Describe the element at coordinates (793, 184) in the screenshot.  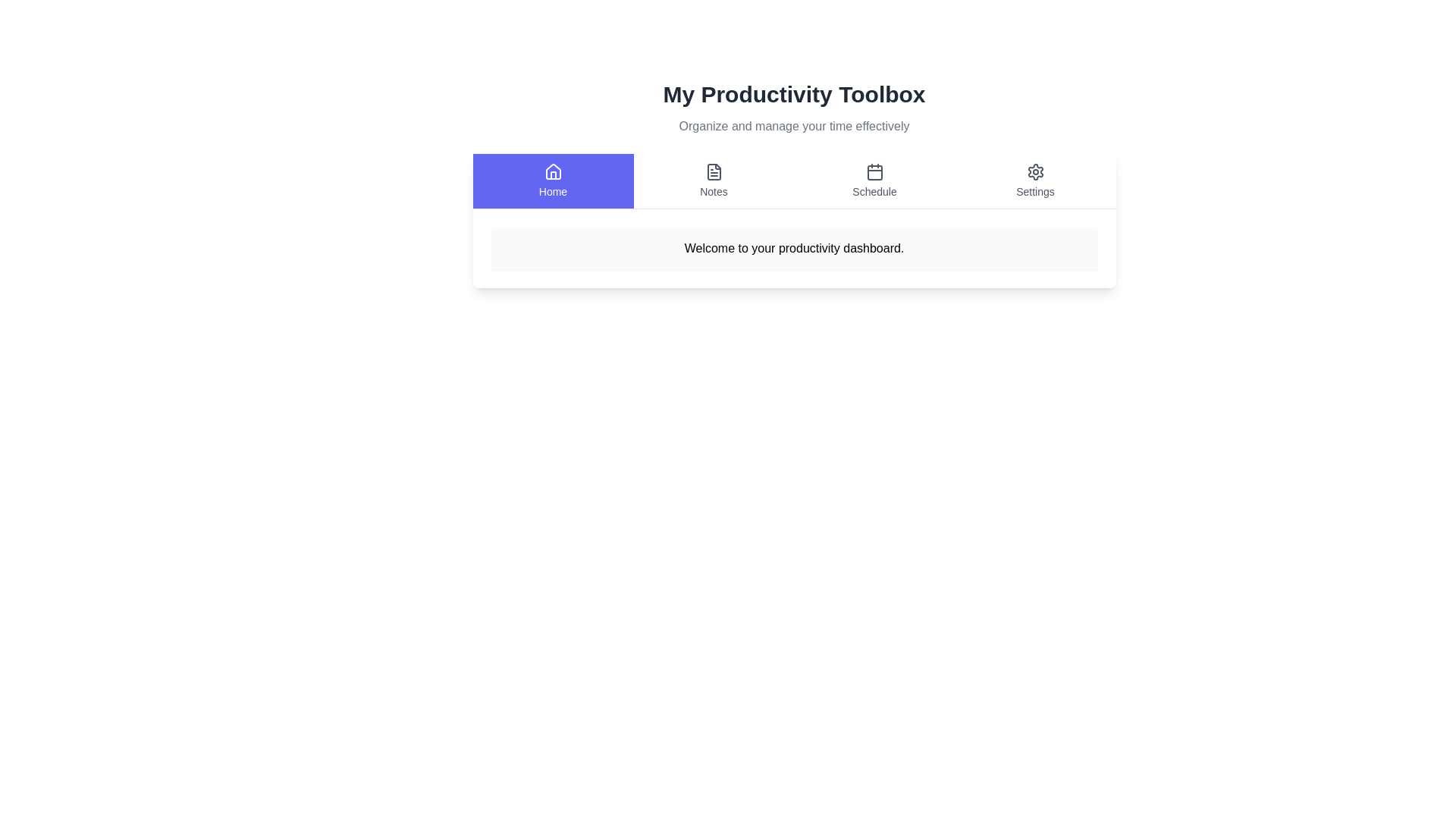
I see `the main dashboard interface element that includes navigation tabs and an introductory message` at that location.